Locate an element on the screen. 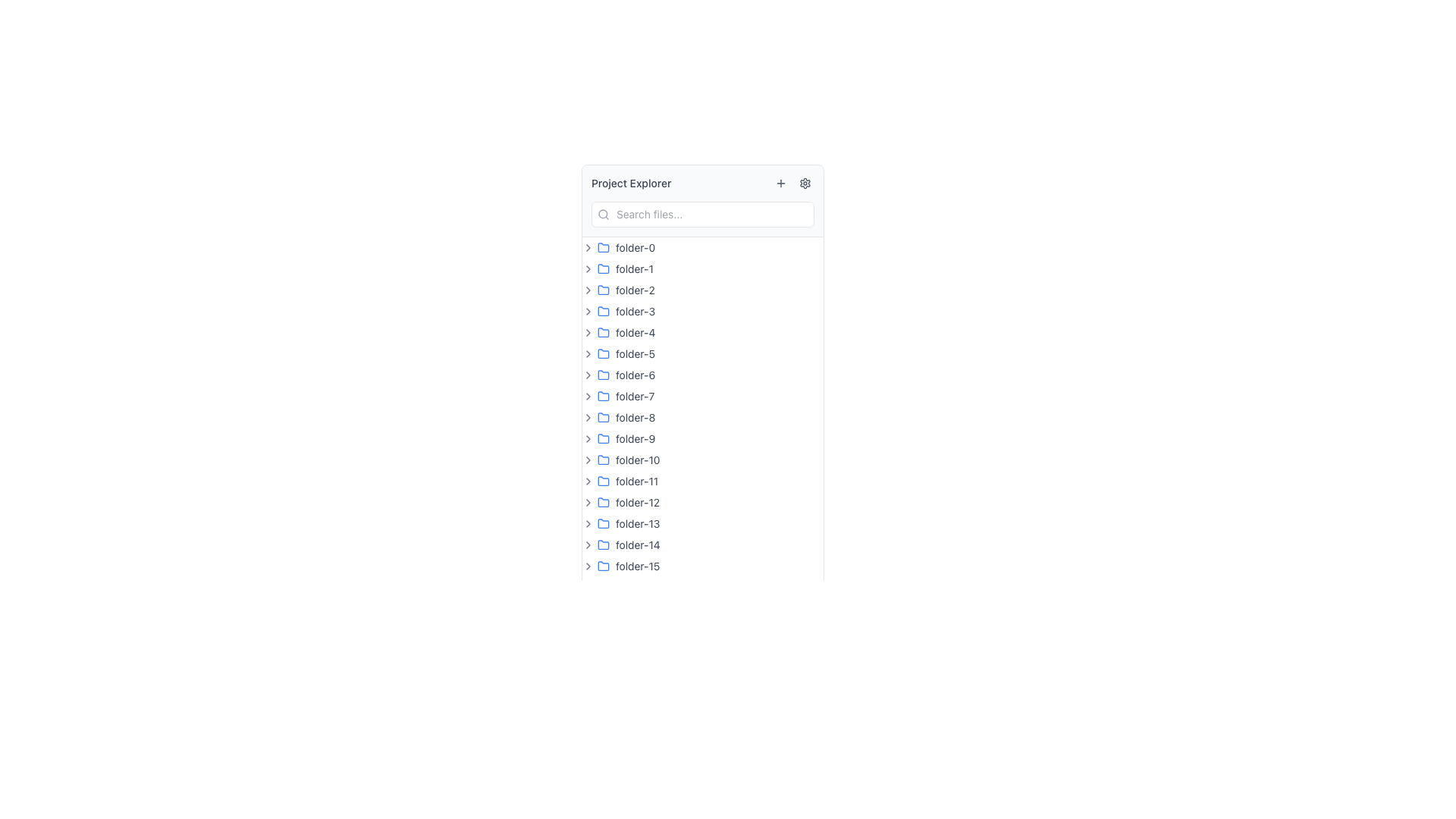 The height and width of the screenshot is (819, 1456). the list item titled 'folder-13' in the Project Explorer is located at coordinates (701, 522).